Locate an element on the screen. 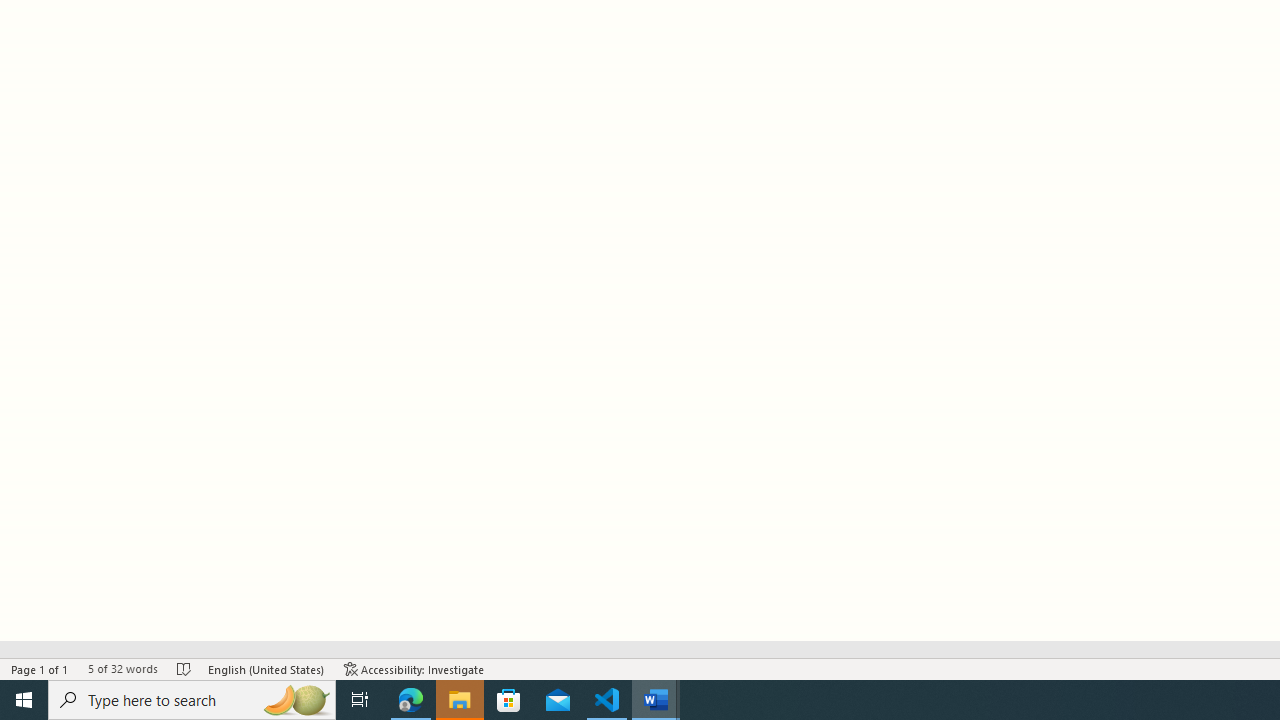 This screenshot has width=1280, height=720. 'Page Number Page 1 of 1' is located at coordinates (40, 669).